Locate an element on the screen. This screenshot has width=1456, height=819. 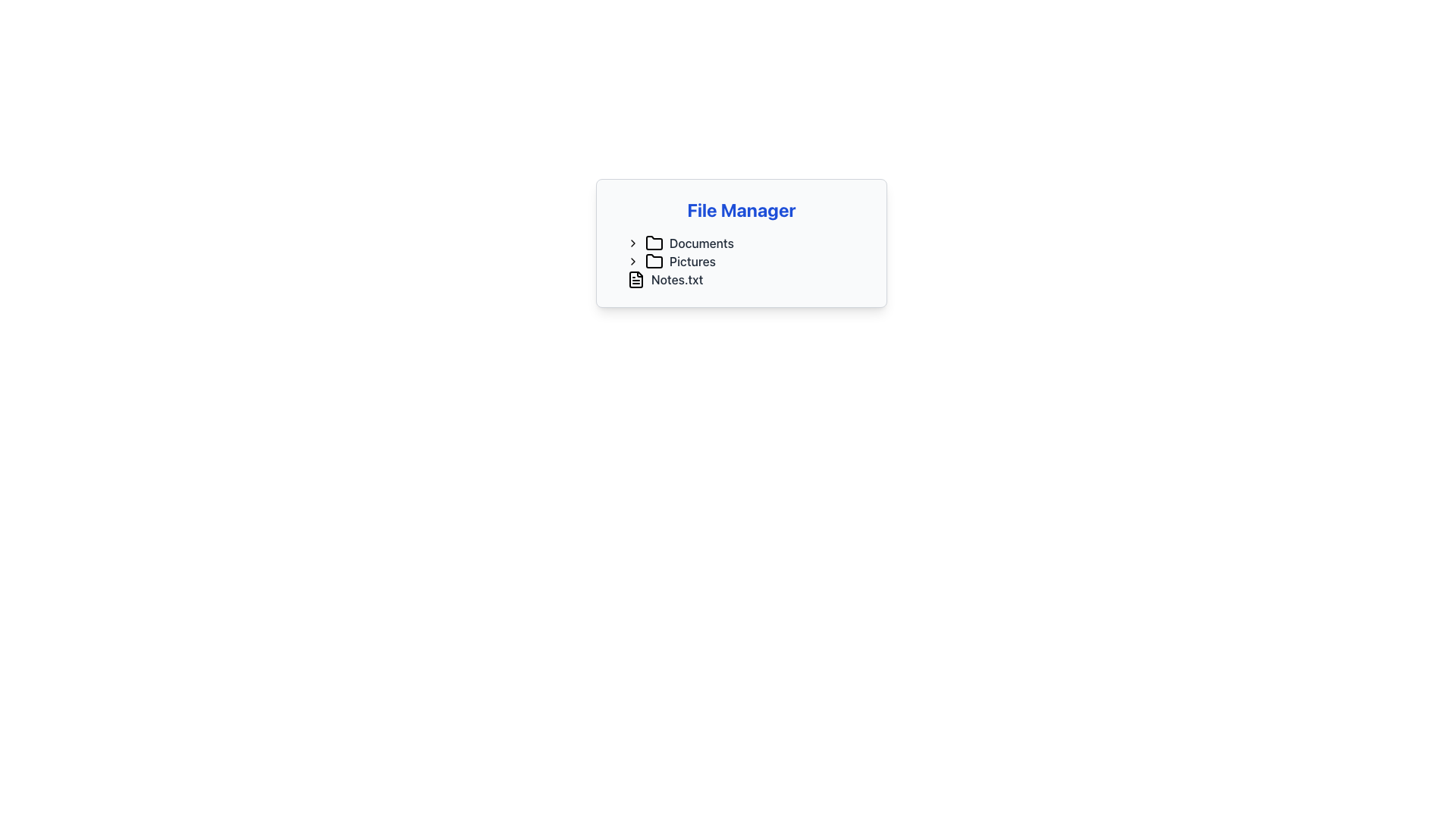
the folder icon, which is a black rectangular design located in the second row of icons is located at coordinates (654, 259).